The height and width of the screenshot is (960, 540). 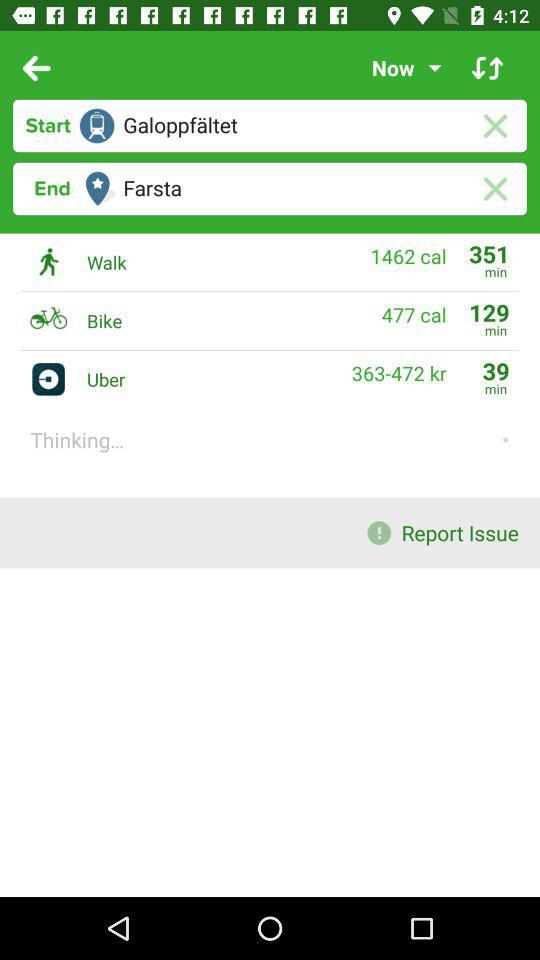 I want to click on the item next to the now item, so click(x=486, y=68).